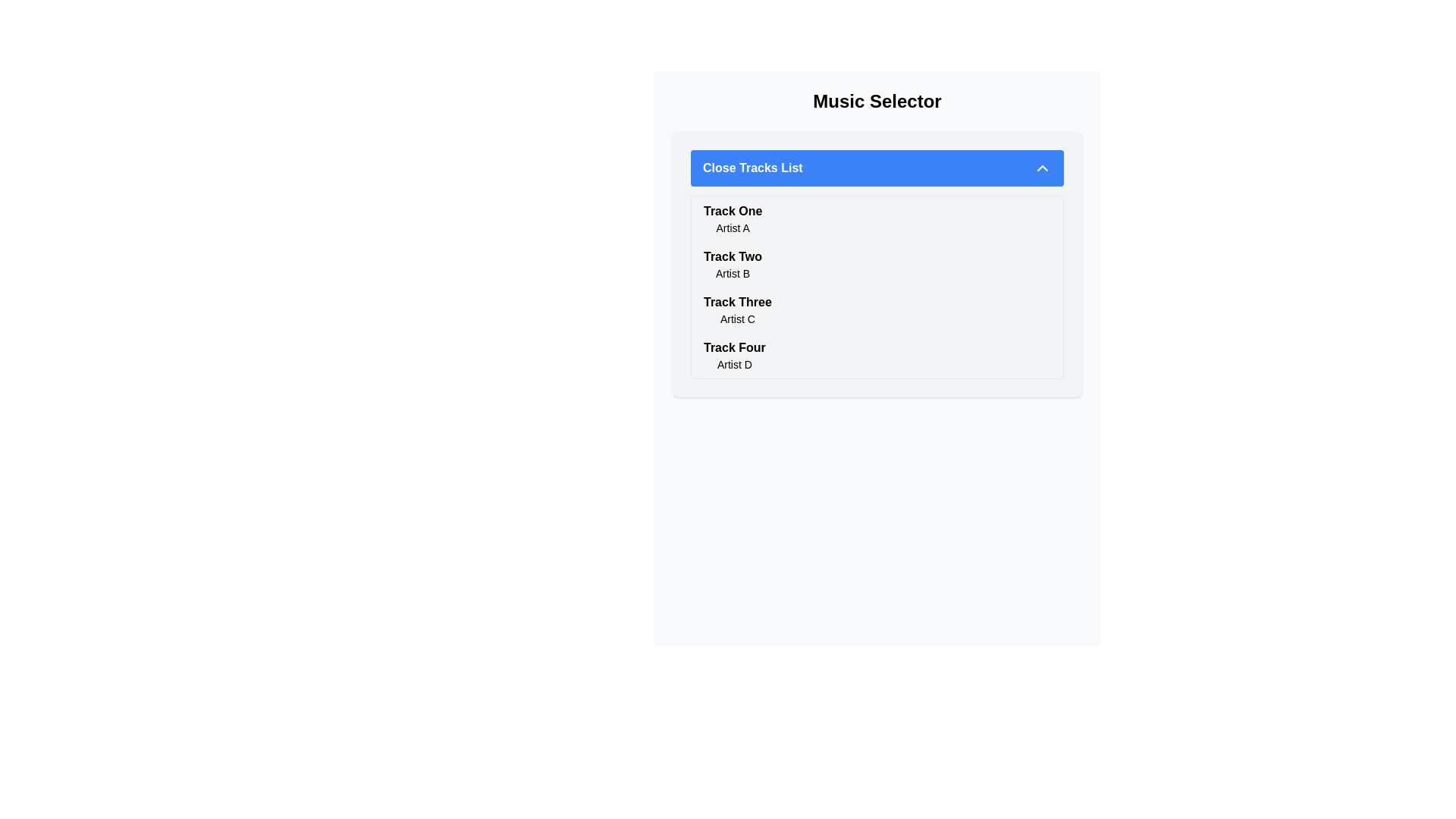  Describe the element at coordinates (733, 219) in the screenshot. I see `the list item displaying 'Track One' by 'Artist A'` at that location.